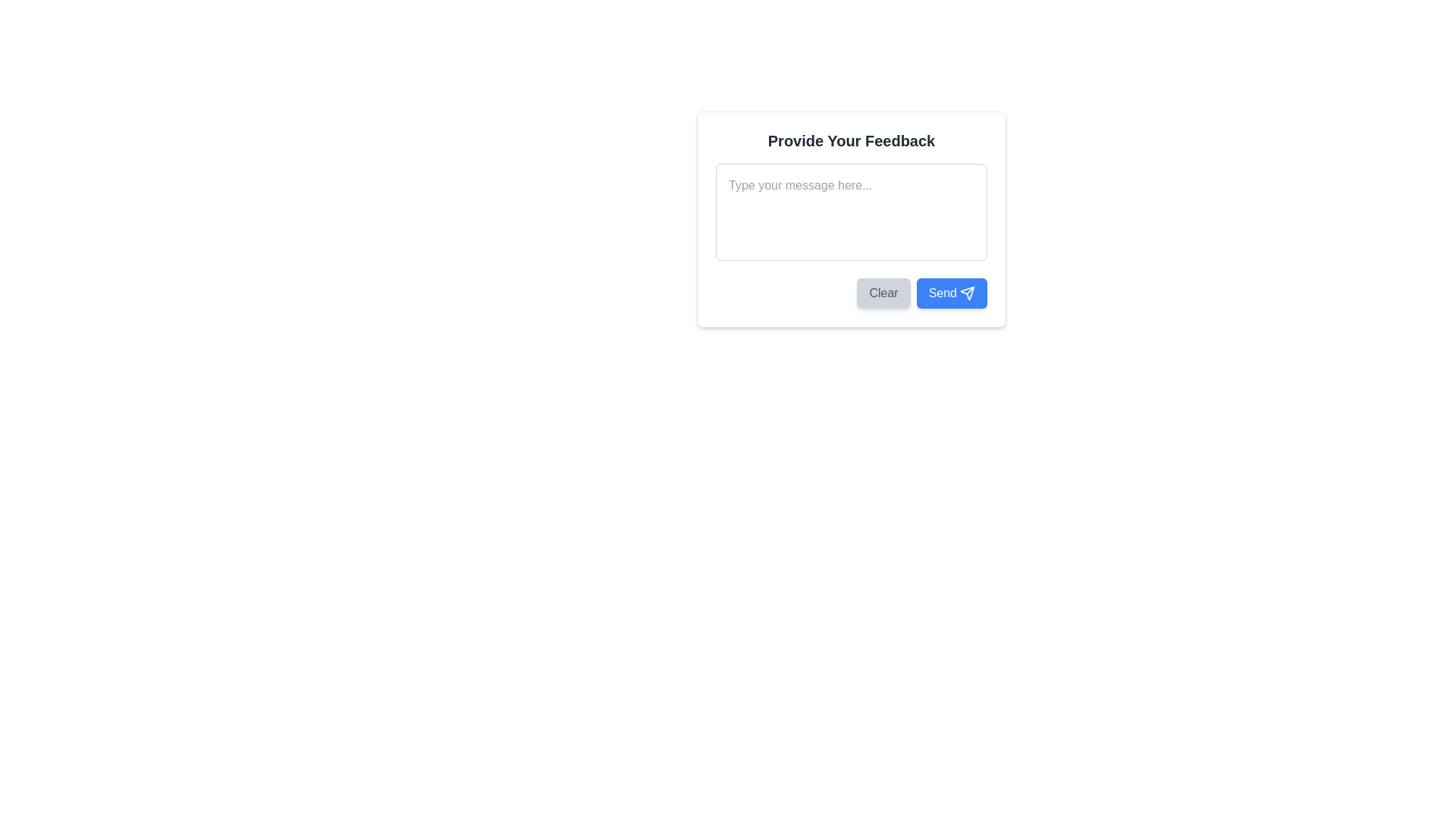 Image resolution: width=1456 pixels, height=819 pixels. Describe the element at coordinates (951, 293) in the screenshot. I see `the submit button located to the immediate right of the 'Clear' button in the lower right of the feedback form` at that location.